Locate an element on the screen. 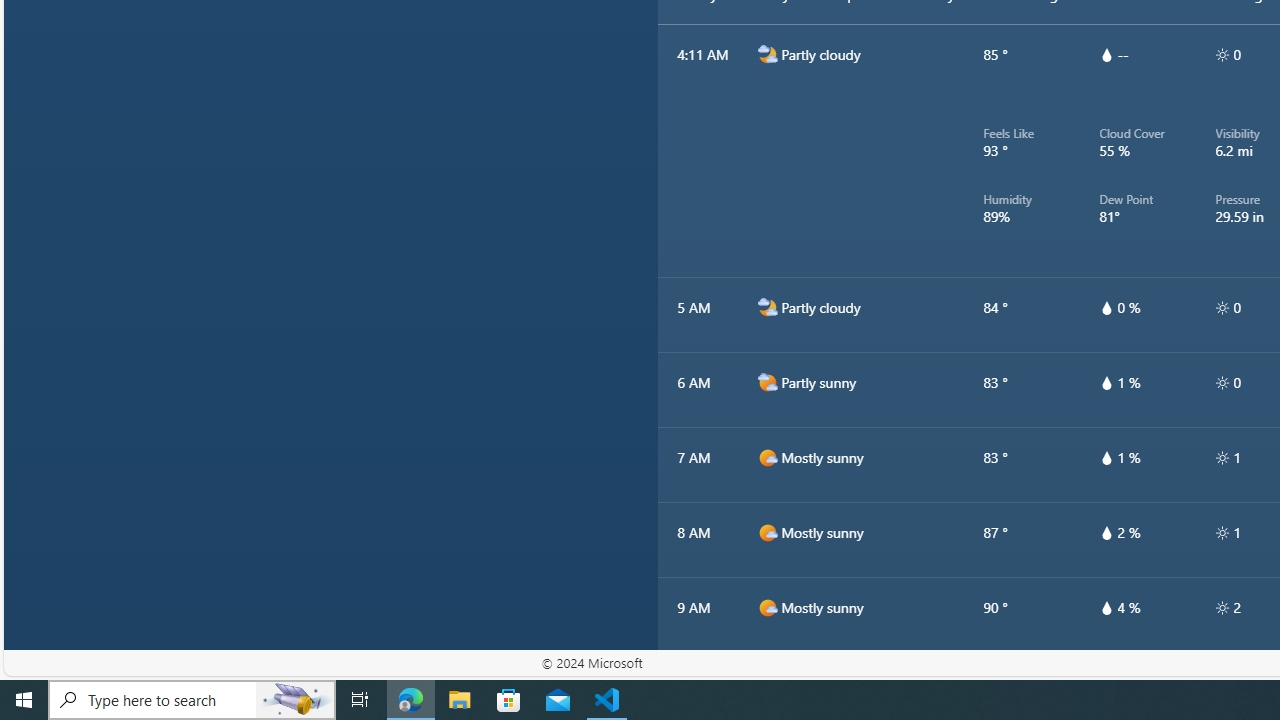  'Microsoft Edge - 1 running window' is located at coordinates (410, 698).